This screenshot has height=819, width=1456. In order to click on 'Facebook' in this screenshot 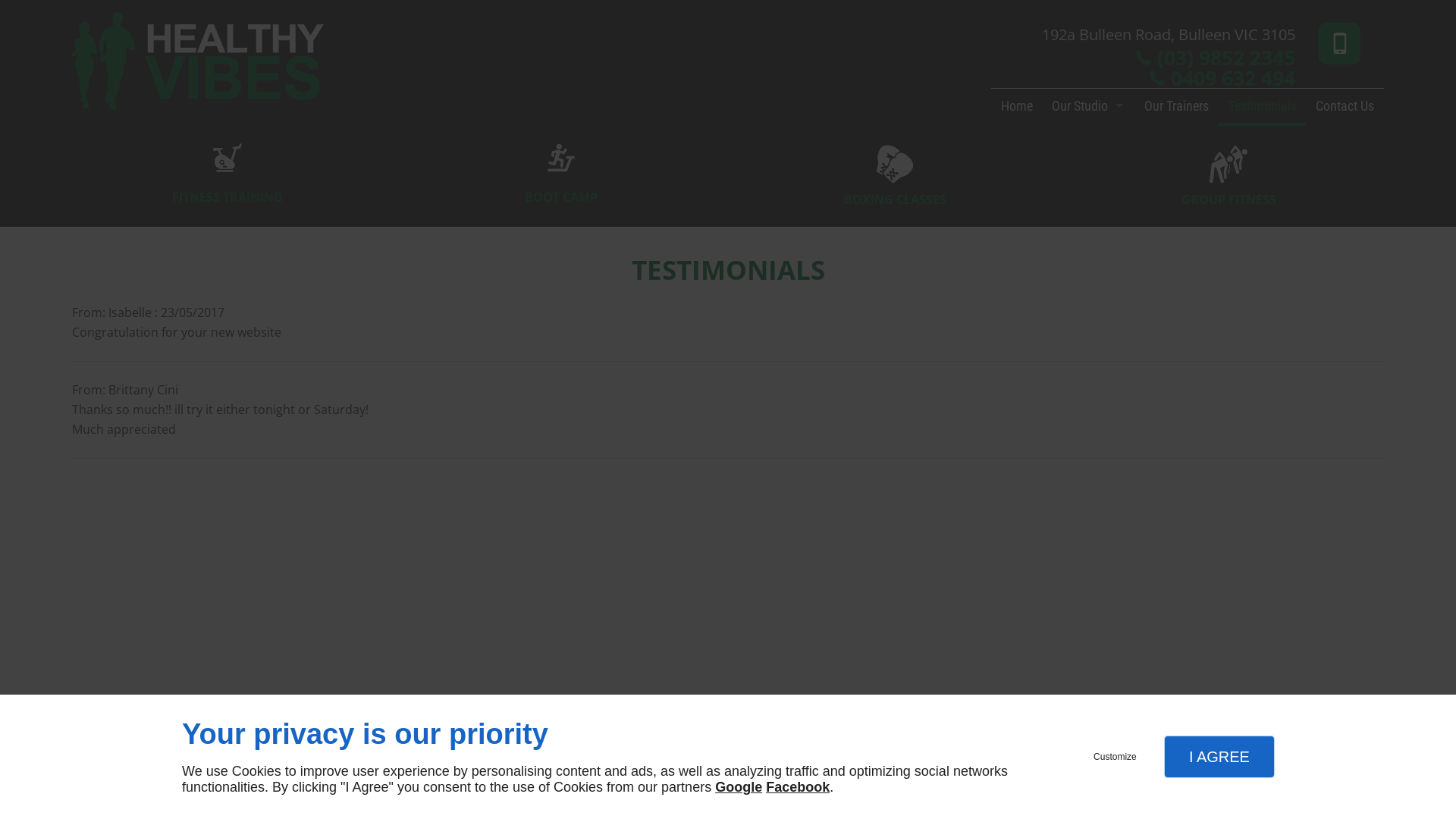, I will do `click(796, 786)`.